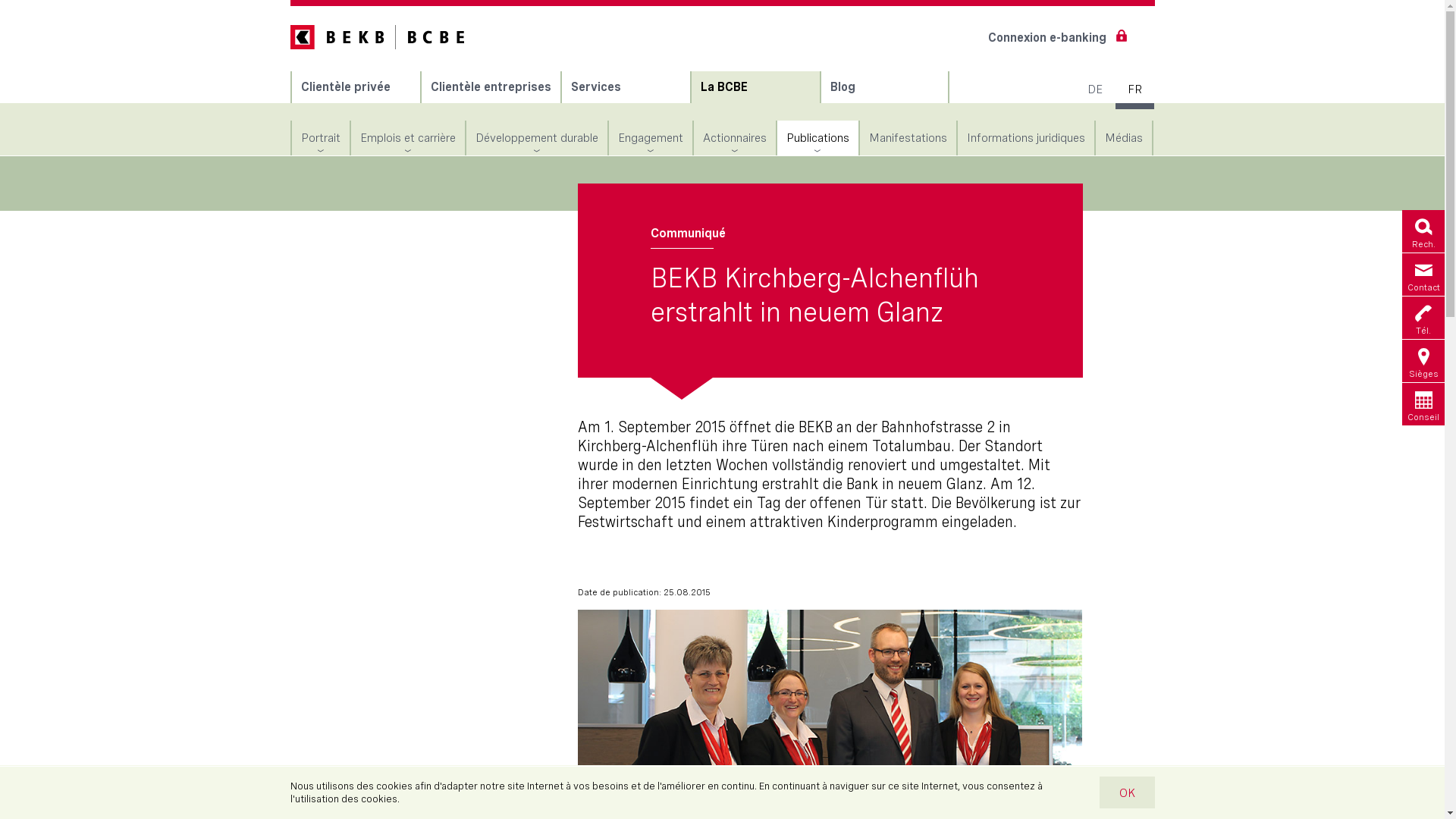 This screenshot has height=819, width=1456. Describe the element at coordinates (883, 87) in the screenshot. I see `'Blog'` at that location.